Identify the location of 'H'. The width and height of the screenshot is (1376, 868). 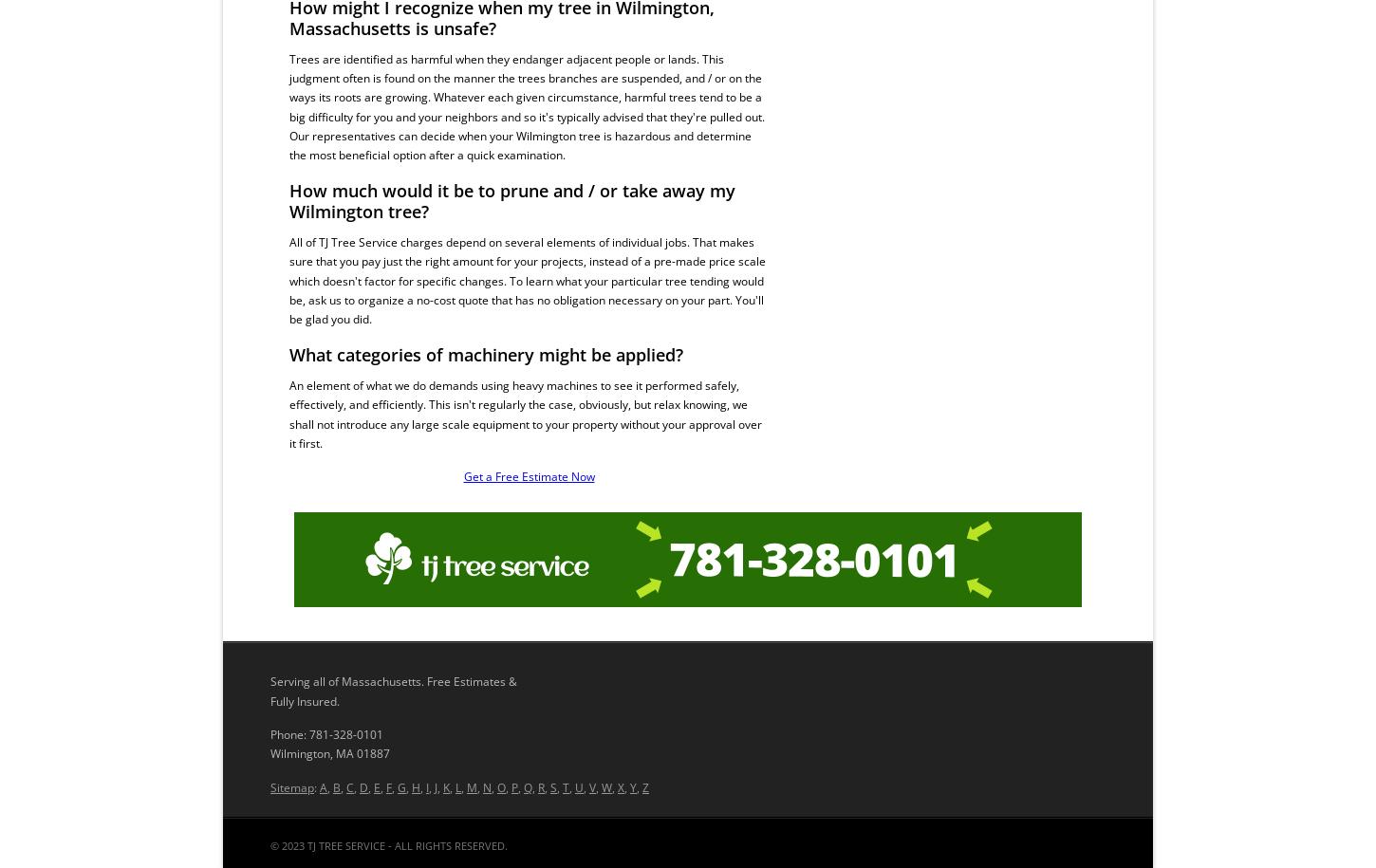
(410, 786).